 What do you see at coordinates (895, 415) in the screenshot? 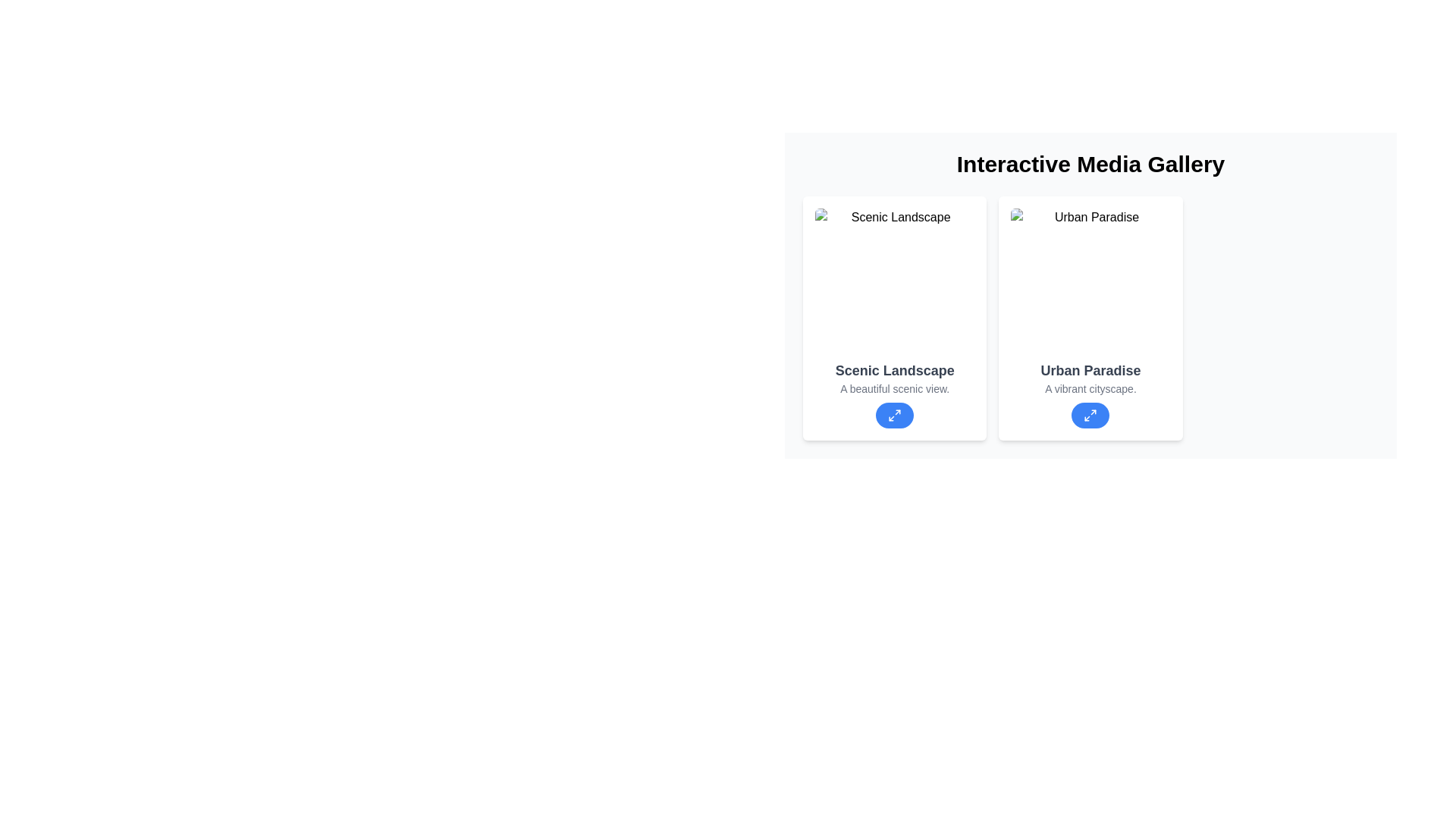
I see `the rounded blue button with a white icon of diagonal arrows pointing outward, located beneath the 'A beautiful scenic view.' text in the 'Scenic Landscape' card to trigger the hover effect` at bounding box center [895, 415].